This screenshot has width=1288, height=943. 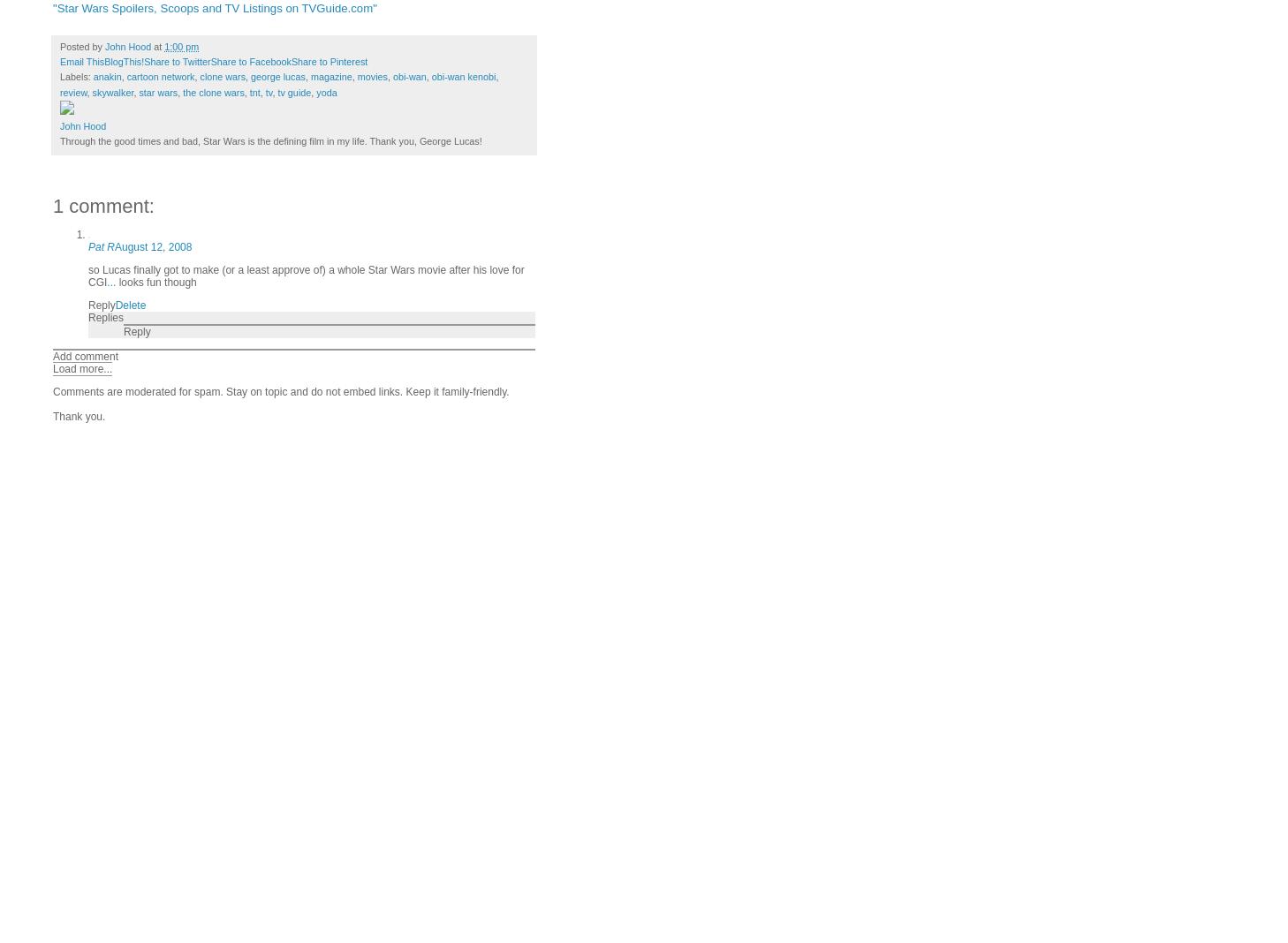 I want to click on 'tv', so click(x=267, y=91).